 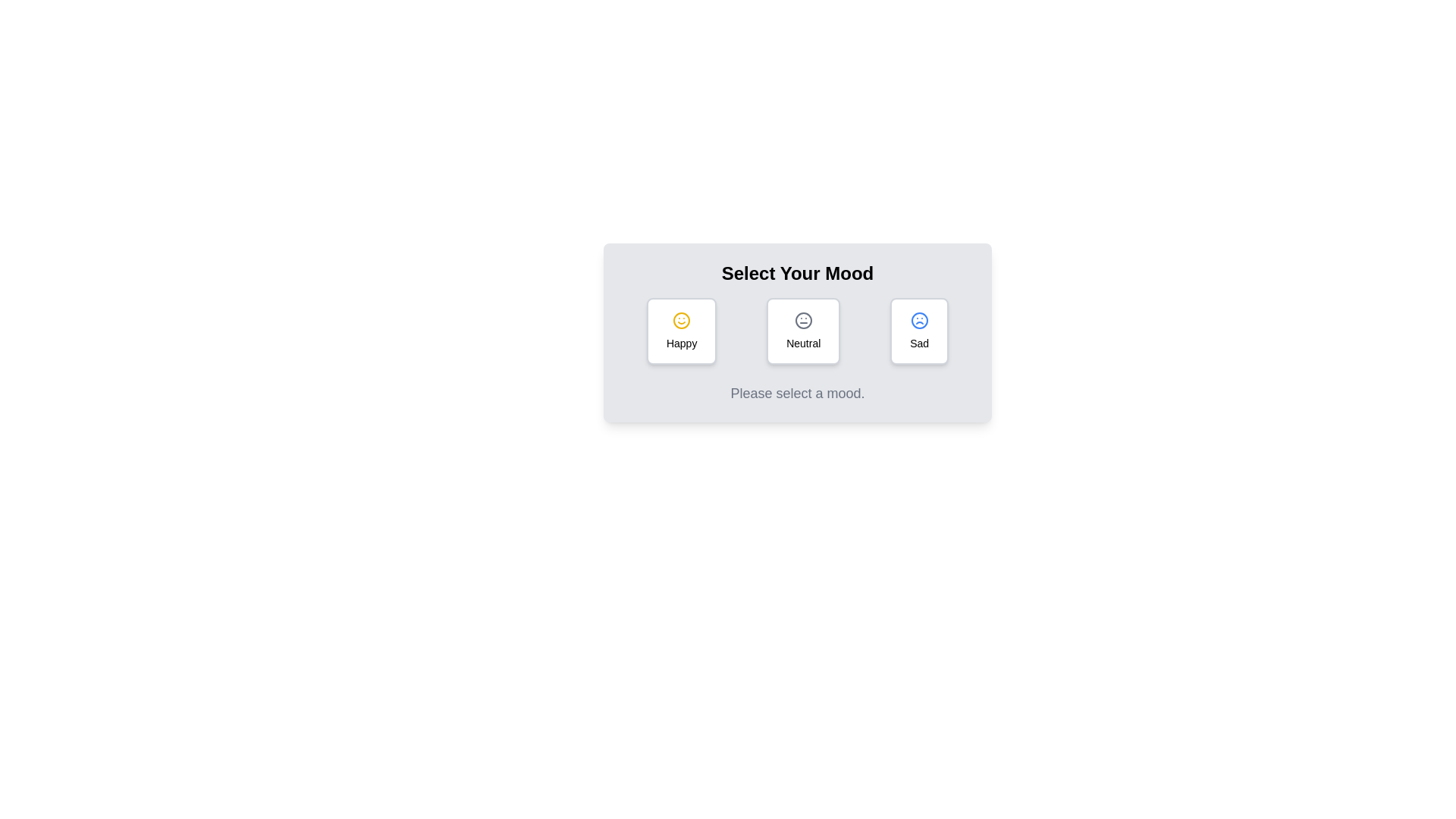 I want to click on the circular graphical element representing the neutral mood option in the SVG structure under the 'Select Your Mood' title, so click(x=802, y=320).